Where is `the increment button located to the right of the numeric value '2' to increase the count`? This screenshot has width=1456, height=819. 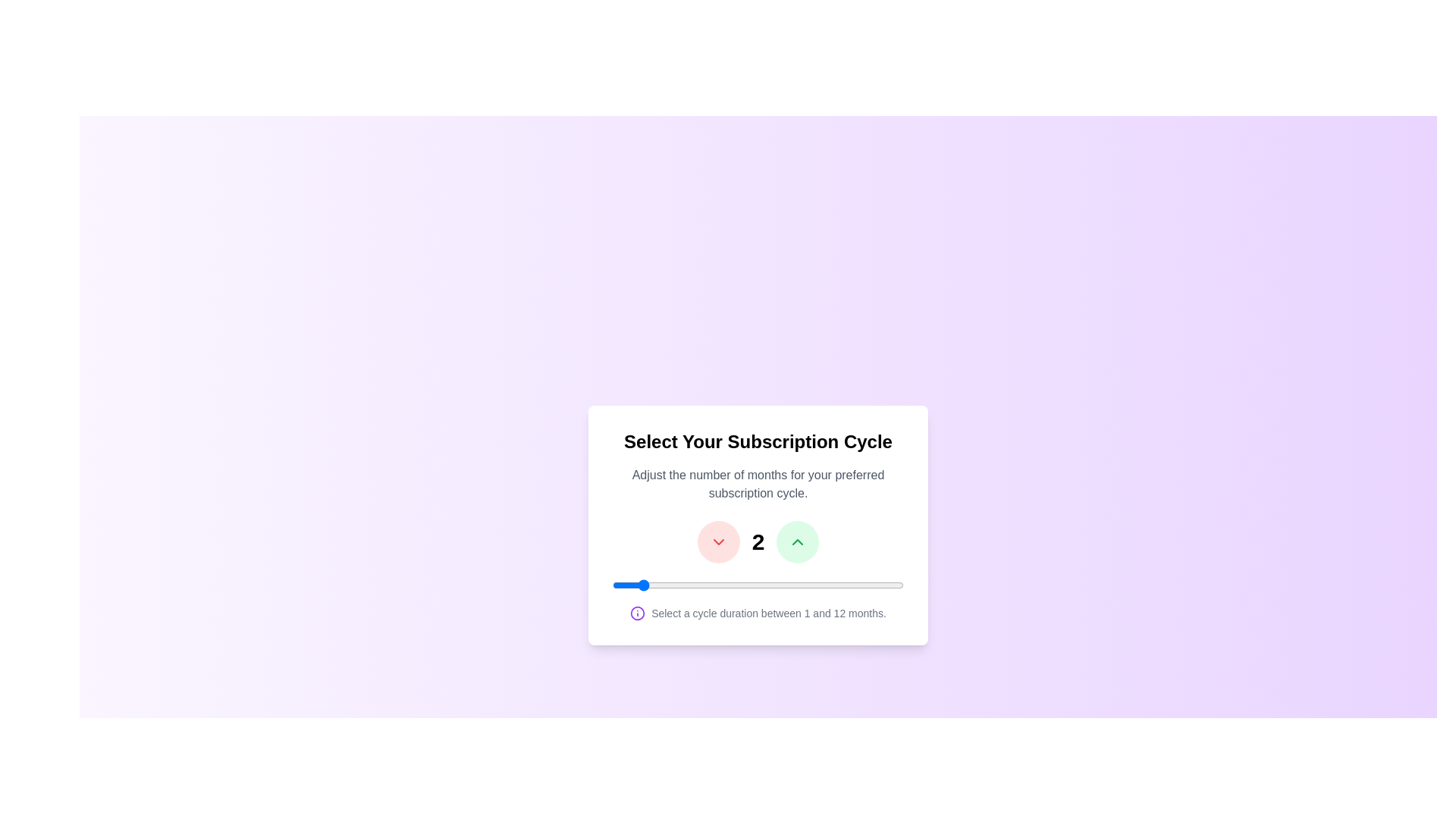
the increment button located to the right of the numeric value '2' to increase the count is located at coordinates (797, 541).